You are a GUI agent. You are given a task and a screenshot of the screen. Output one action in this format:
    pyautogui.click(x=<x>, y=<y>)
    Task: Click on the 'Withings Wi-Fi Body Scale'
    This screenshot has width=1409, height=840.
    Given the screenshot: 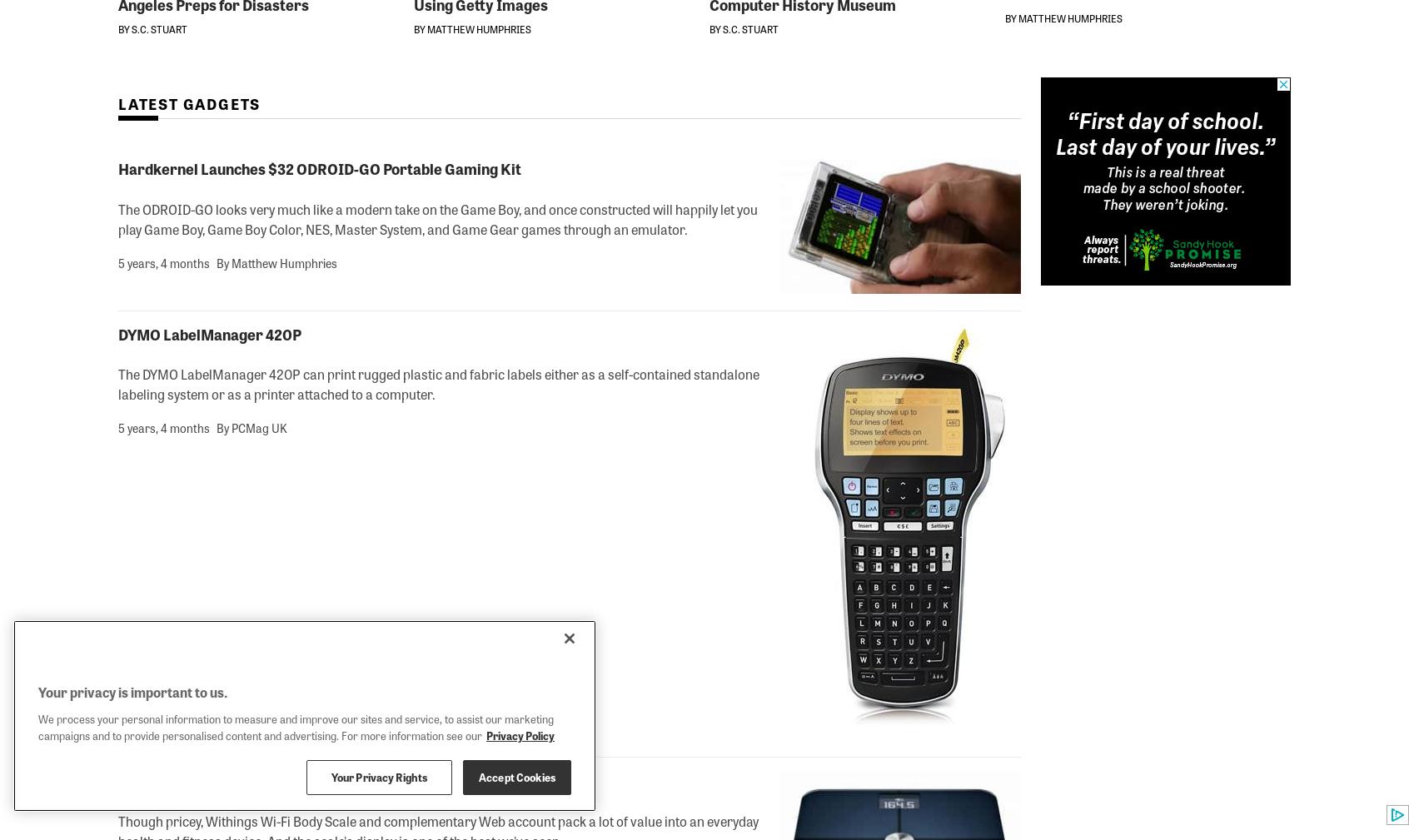 What is the action you would take?
    pyautogui.click(x=207, y=779)
    